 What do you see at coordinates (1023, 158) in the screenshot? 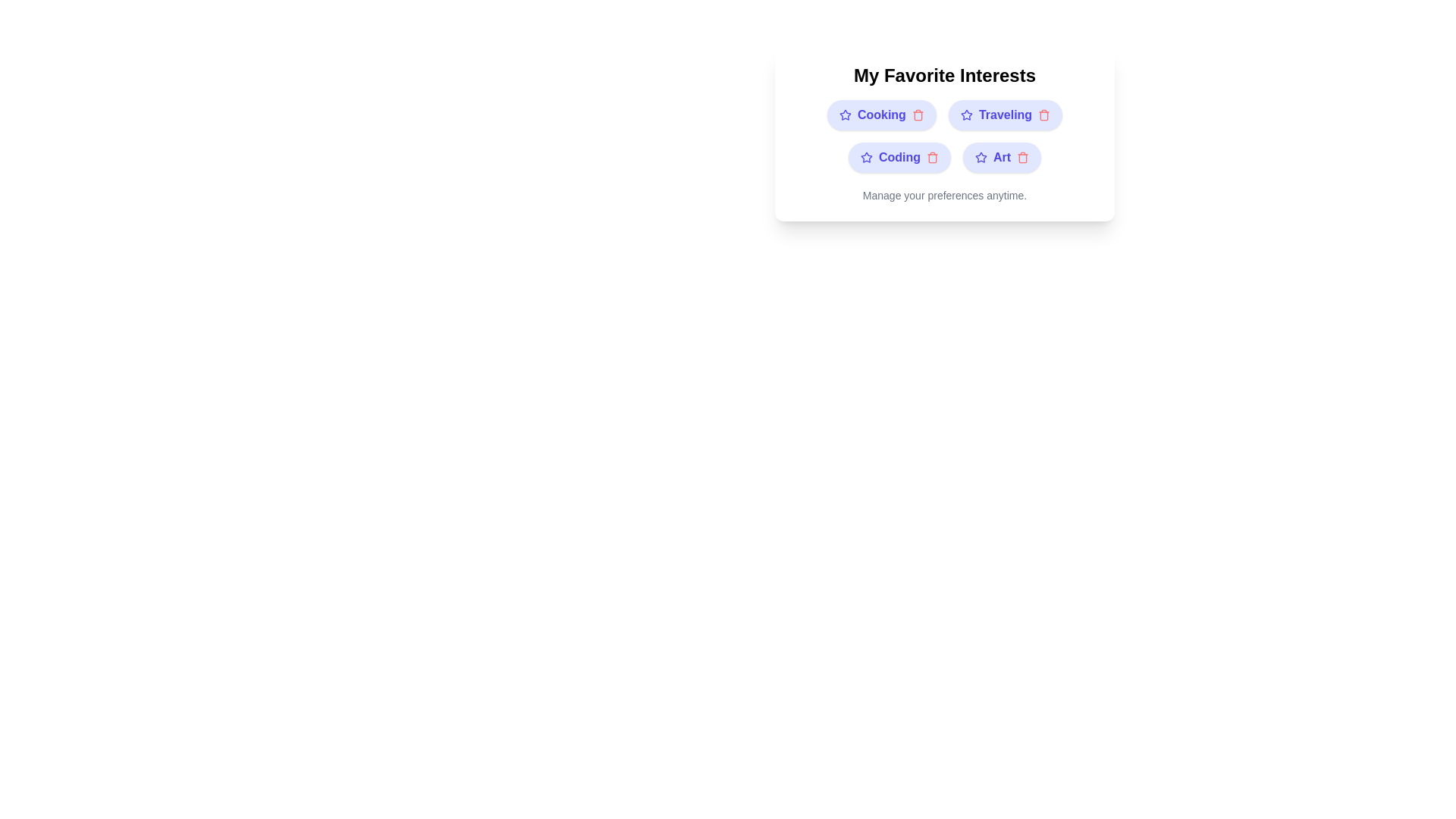
I see `delete button next to the interest Art to remove it` at bounding box center [1023, 158].